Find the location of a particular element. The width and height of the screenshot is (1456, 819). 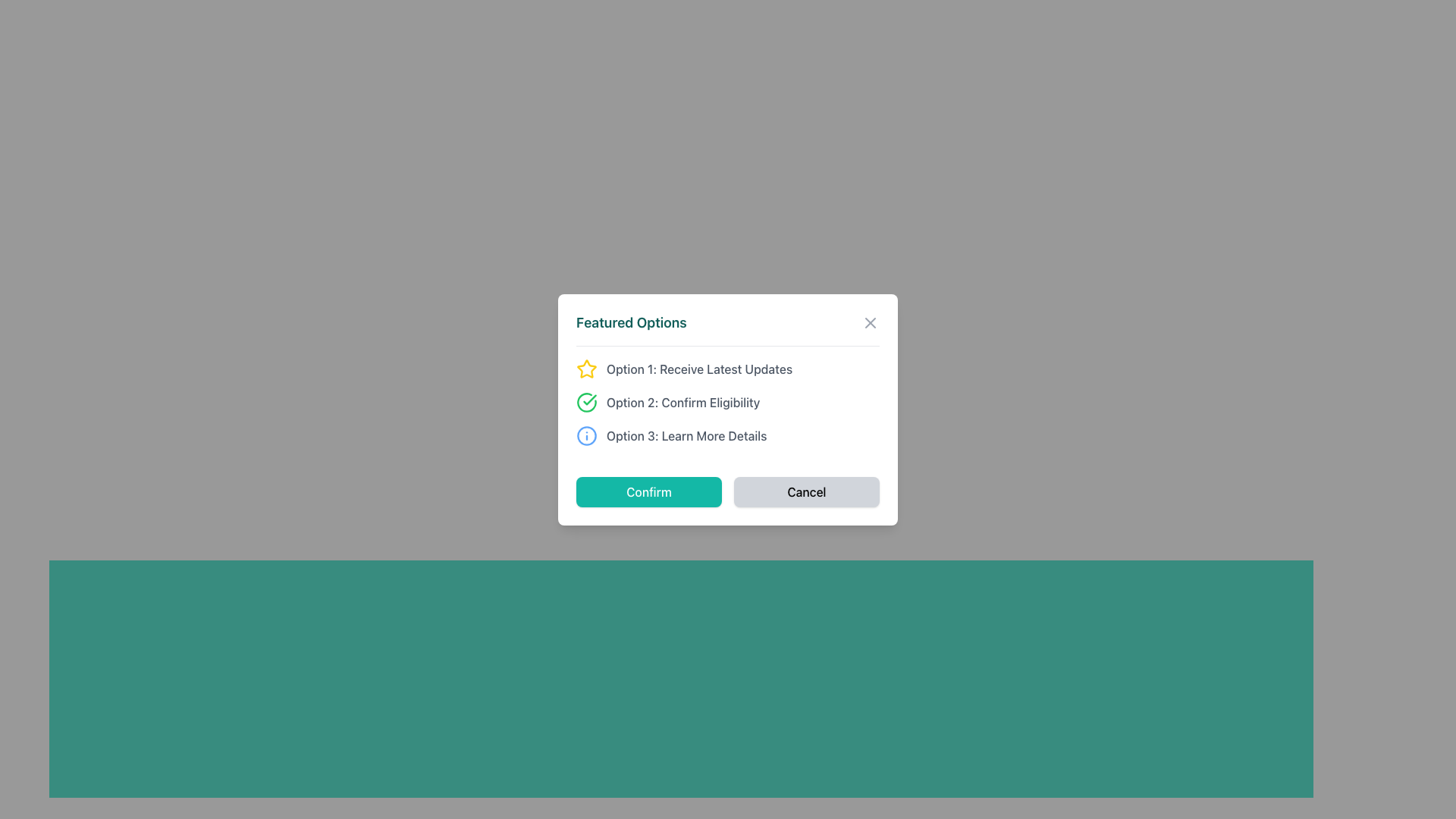

text label that describes the third option in the 'Featured Options' modal, located below 'Option 2: Confirm Eligibility' is located at coordinates (686, 435).